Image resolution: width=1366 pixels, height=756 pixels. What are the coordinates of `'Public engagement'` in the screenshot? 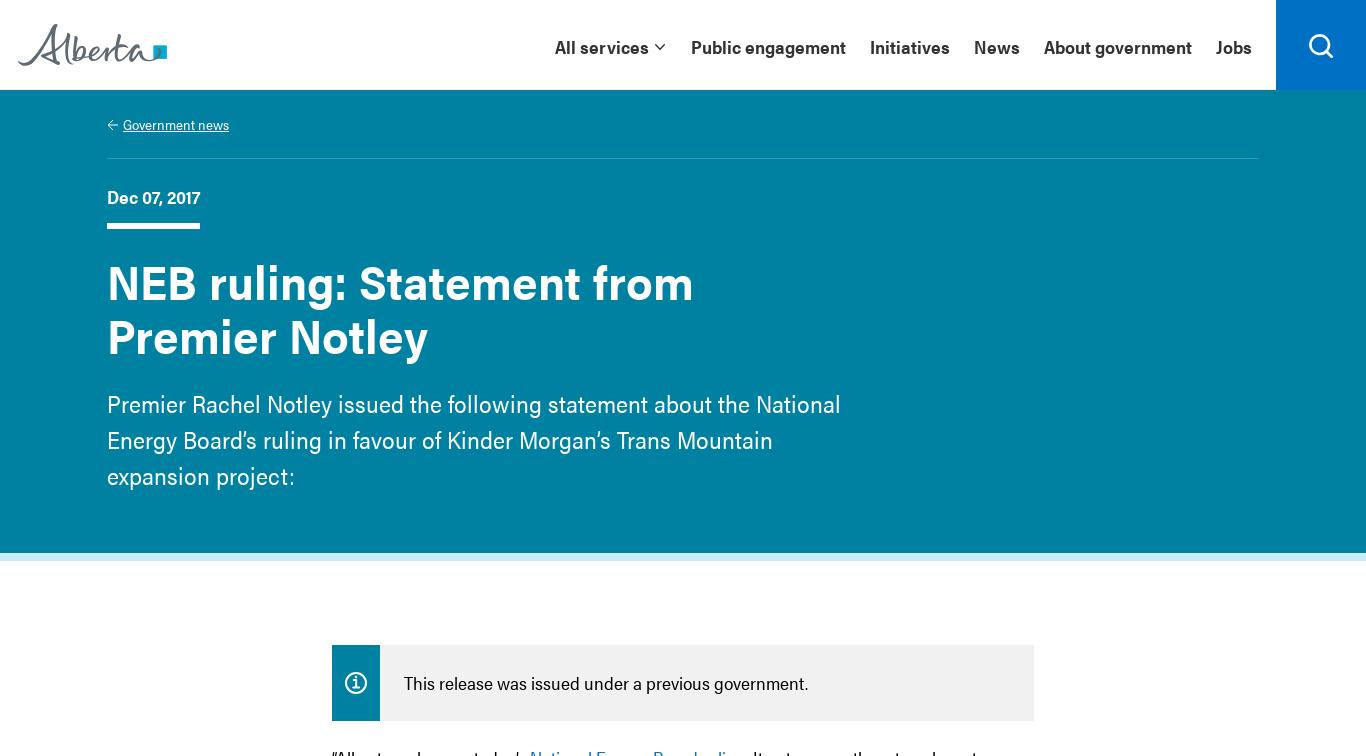 It's located at (768, 45).